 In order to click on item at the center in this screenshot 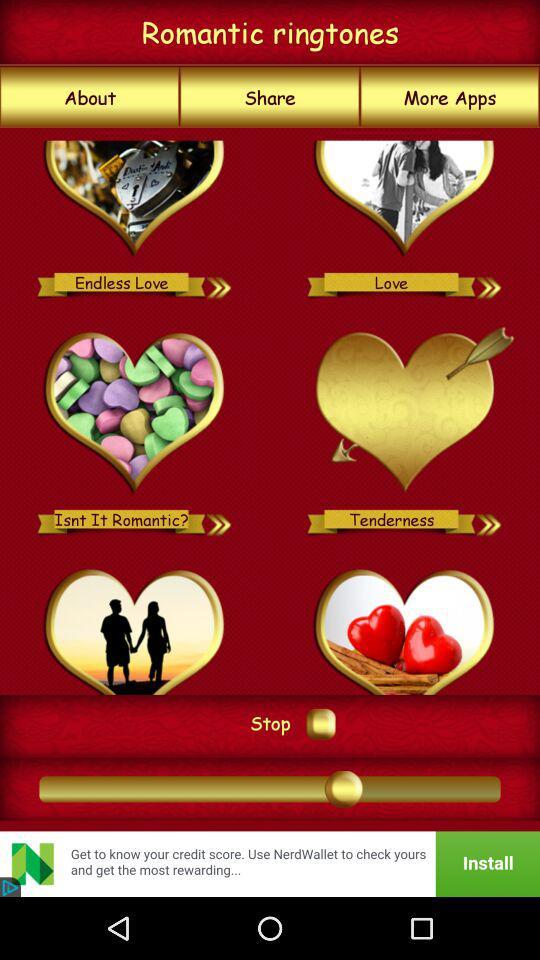, I will do `click(270, 410)`.